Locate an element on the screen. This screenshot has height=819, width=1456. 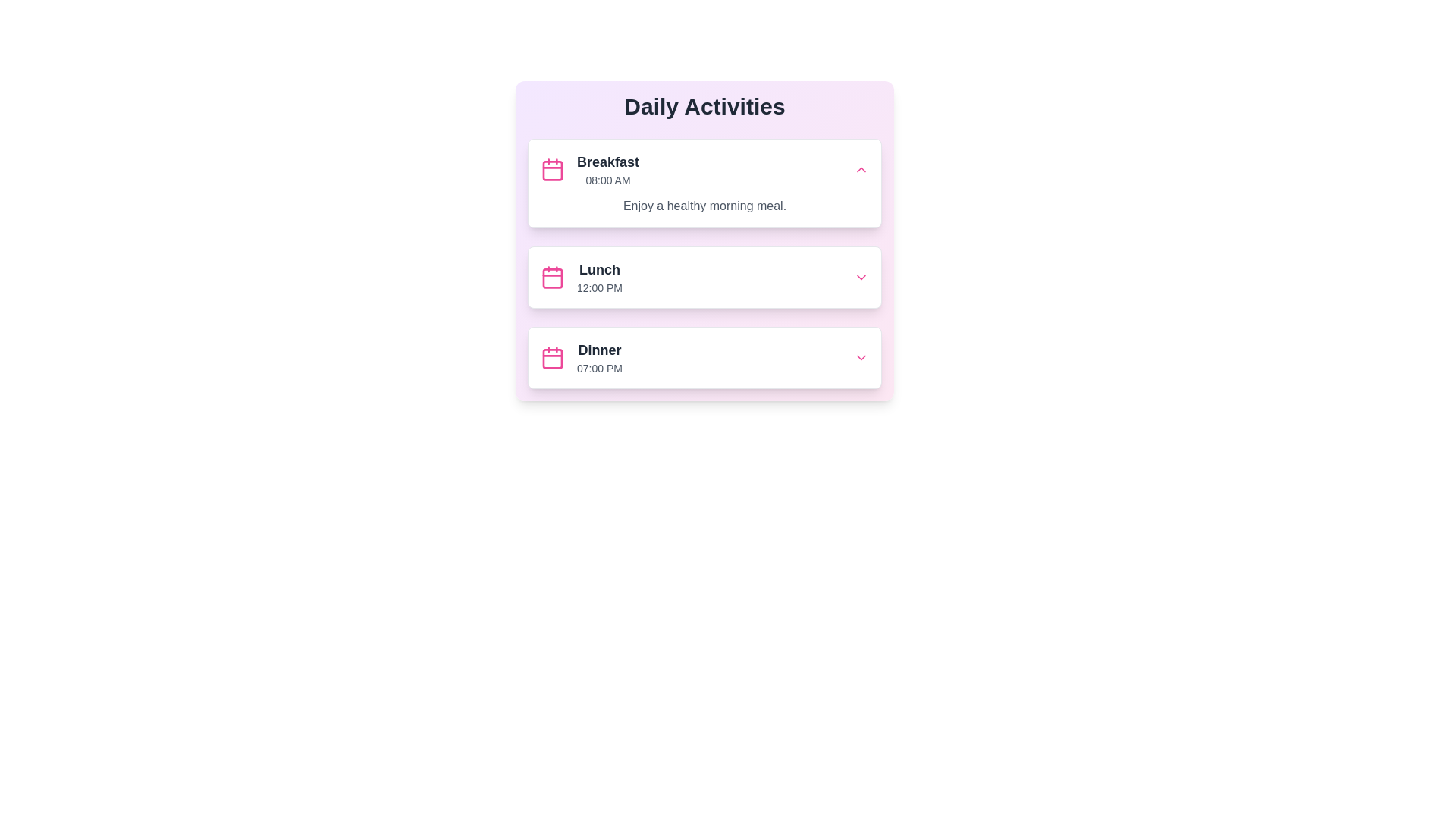
the toggle button located at the bottom-right corner of the 'Dinner' activity card is located at coordinates (861, 357).